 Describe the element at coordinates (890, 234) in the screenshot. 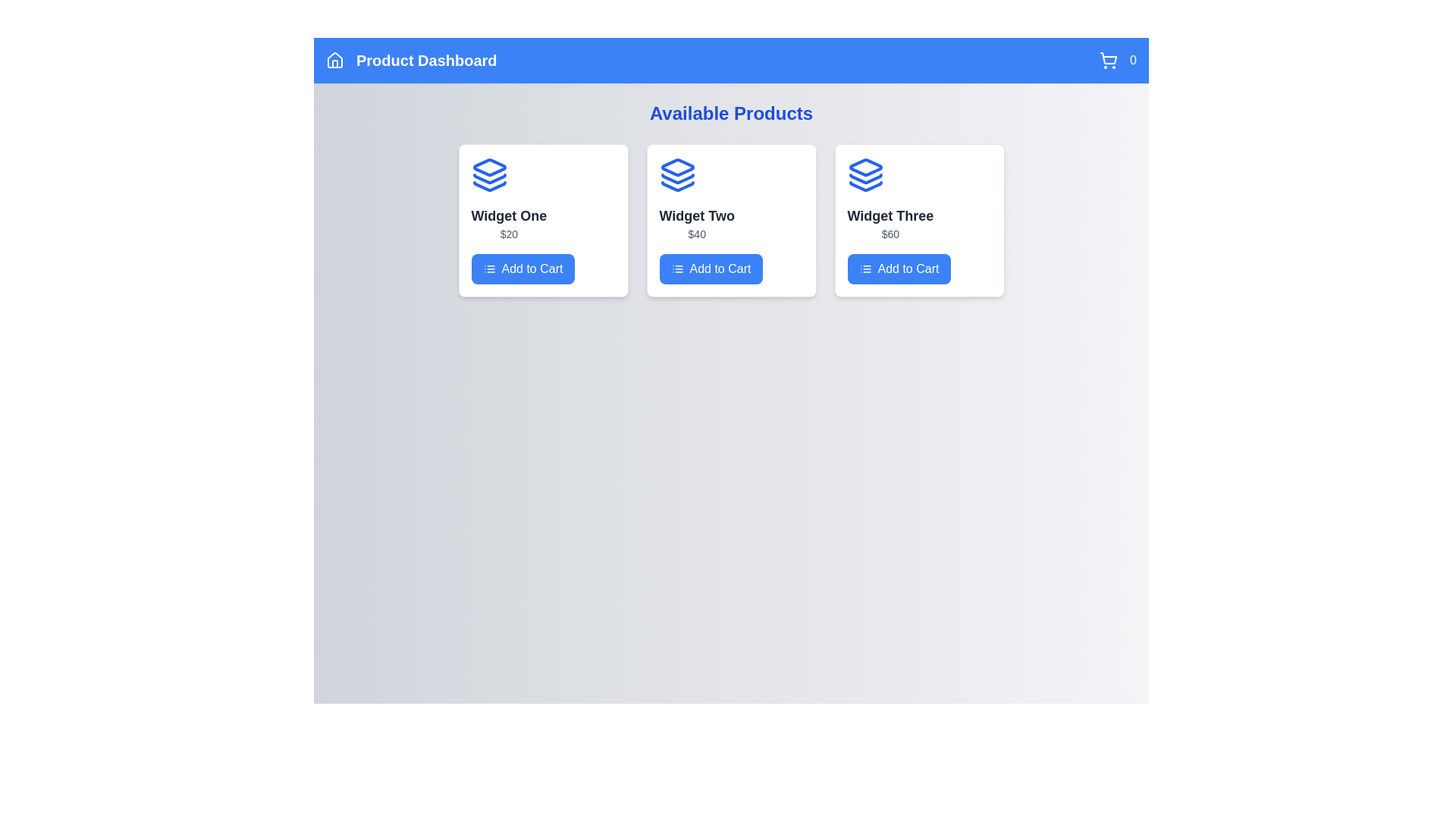

I see `the price text label associated with the 'Widget Three' card, which is located beneath the title and above the 'Add to Cart' button in the rightmost product card` at that location.